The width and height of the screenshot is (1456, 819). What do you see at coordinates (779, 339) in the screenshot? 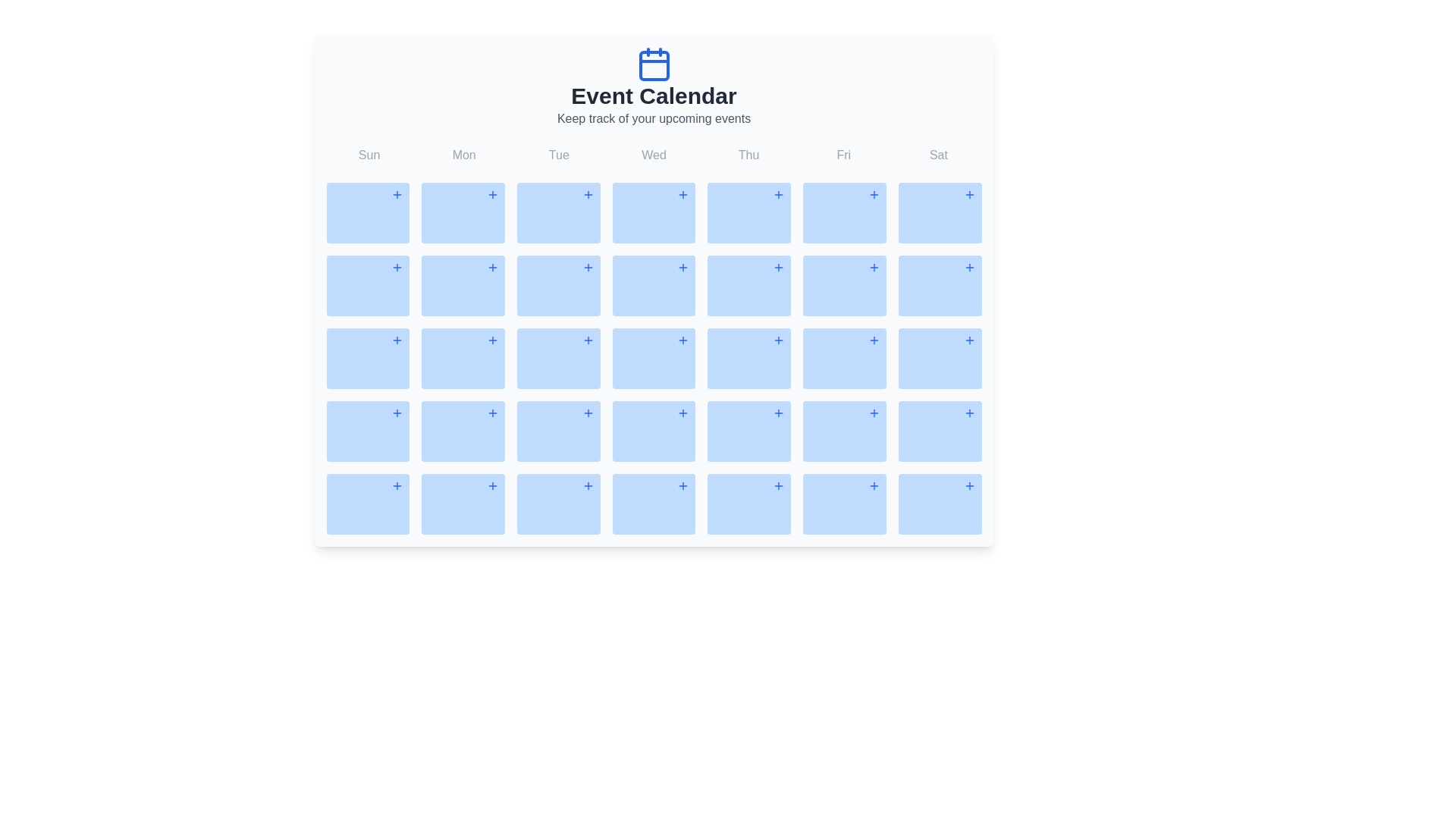
I see `the button located in the top-right corner of the fourth cell in the fourth row of the calendar grid` at bounding box center [779, 339].